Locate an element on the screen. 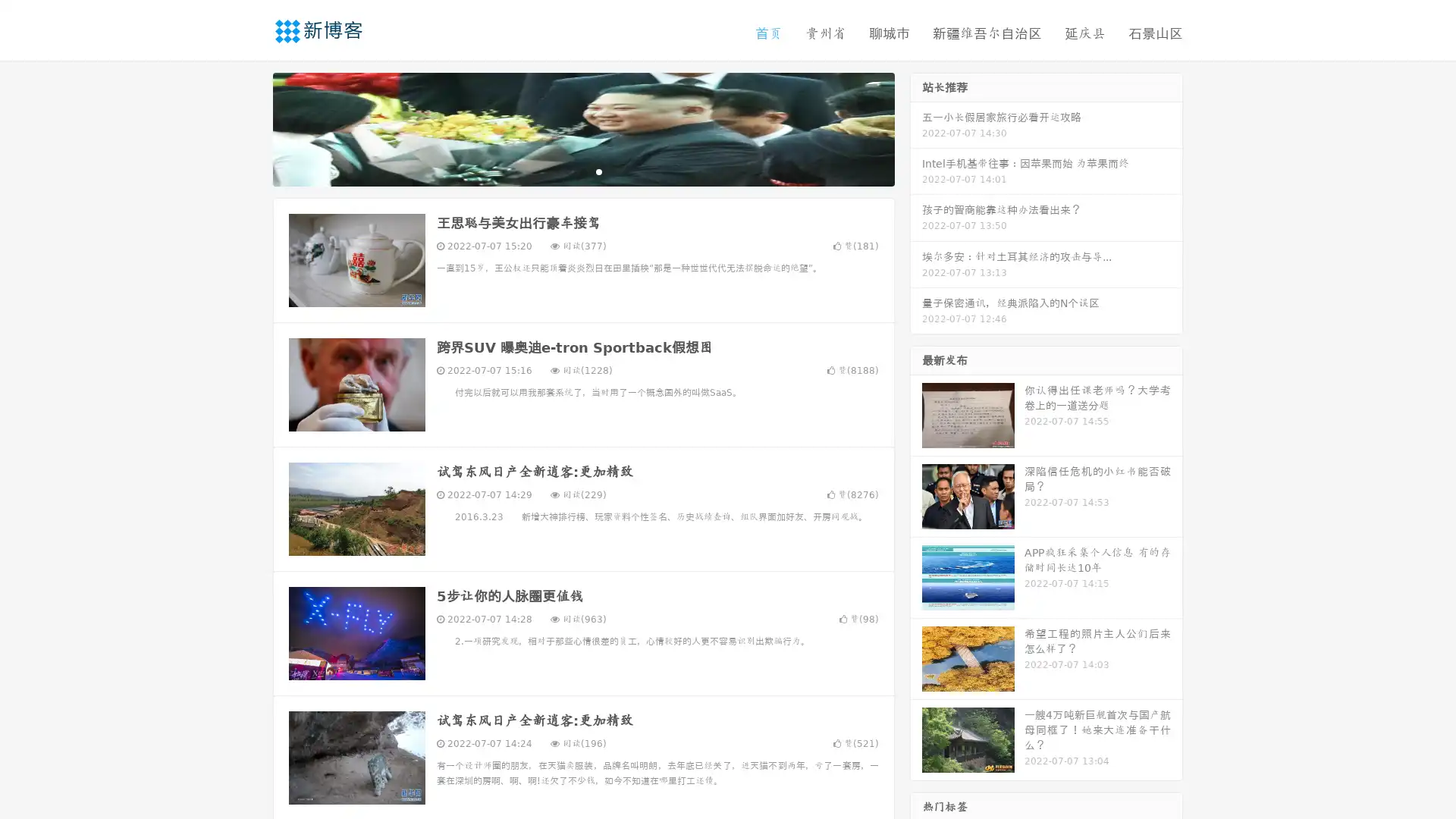 The image size is (1456, 819). Next slide is located at coordinates (916, 127).